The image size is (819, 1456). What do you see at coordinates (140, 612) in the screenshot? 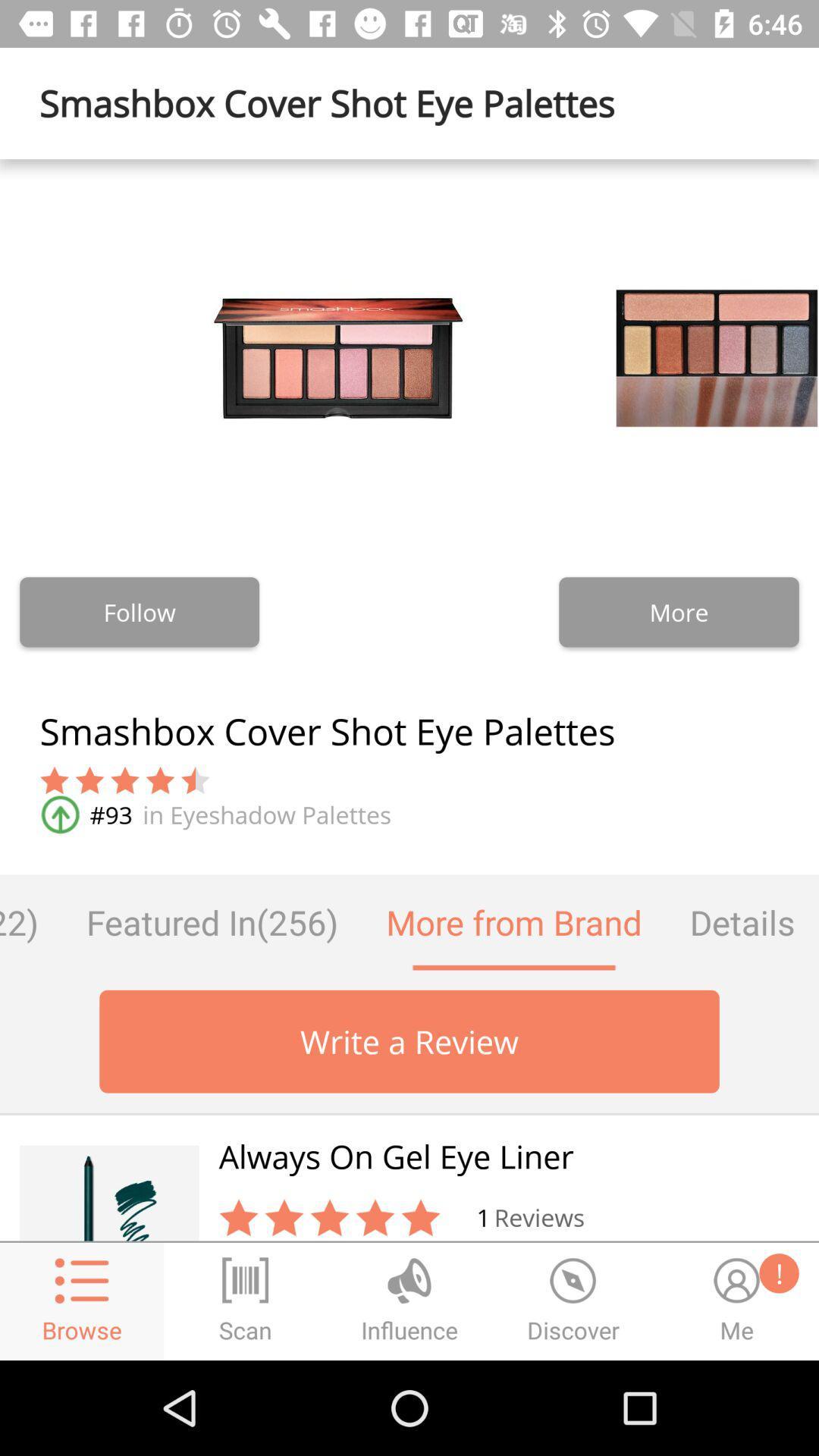
I see `item to the left of more item` at bounding box center [140, 612].